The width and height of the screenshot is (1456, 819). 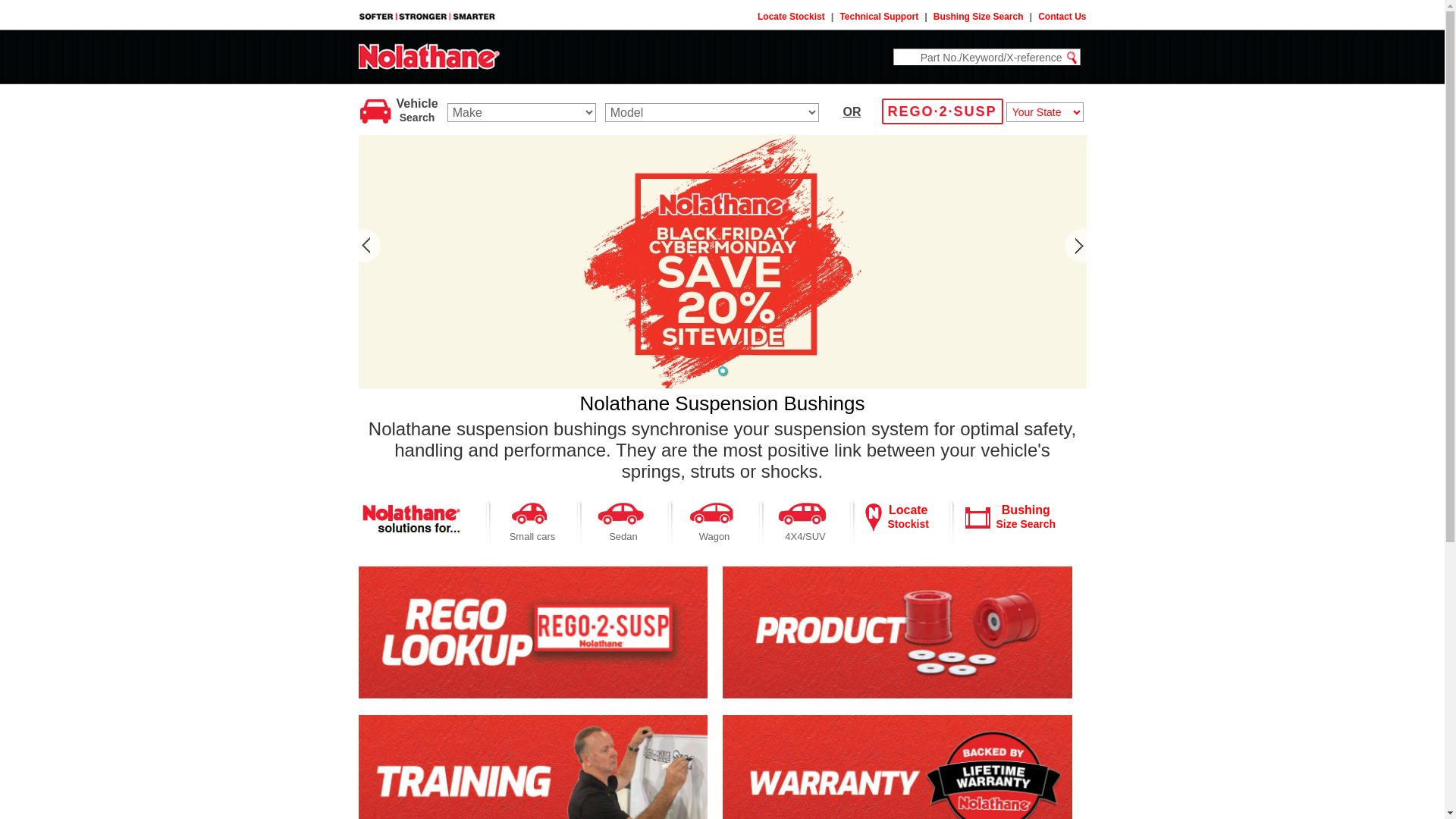 What do you see at coordinates (714, 535) in the screenshot?
I see `'Wagon'` at bounding box center [714, 535].